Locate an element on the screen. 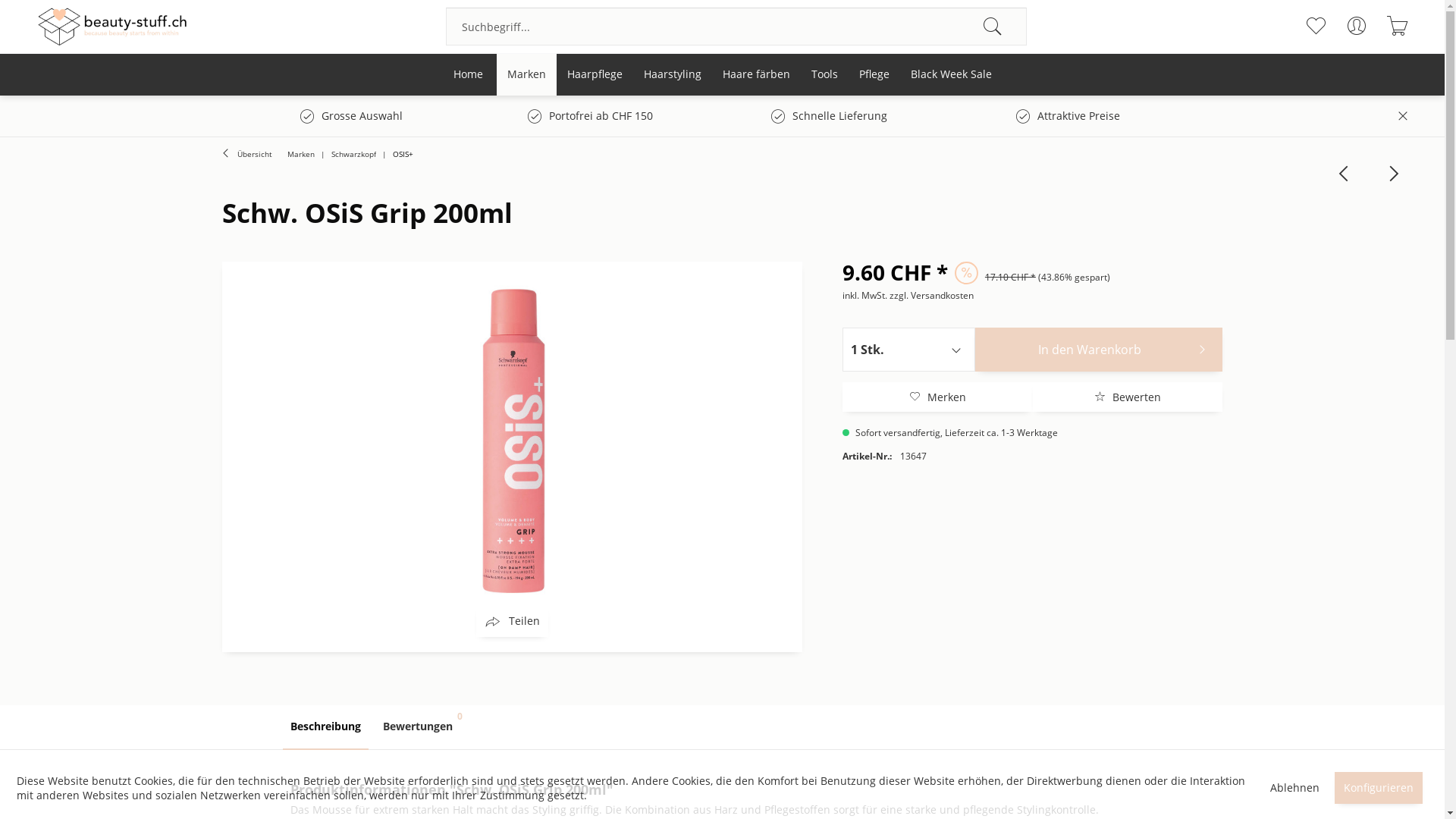  'Bewerten' is located at coordinates (1128, 396).